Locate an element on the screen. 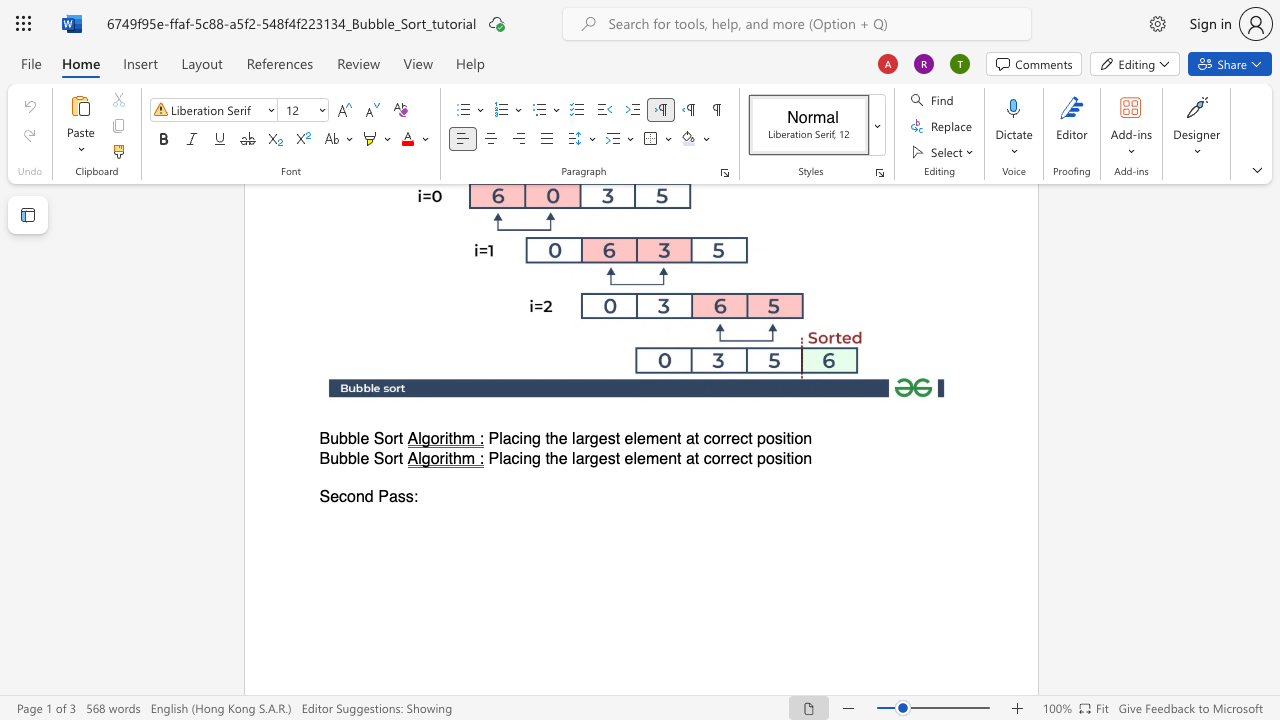 The height and width of the screenshot is (720, 1280). the 2th character "b" in the text is located at coordinates (352, 438).